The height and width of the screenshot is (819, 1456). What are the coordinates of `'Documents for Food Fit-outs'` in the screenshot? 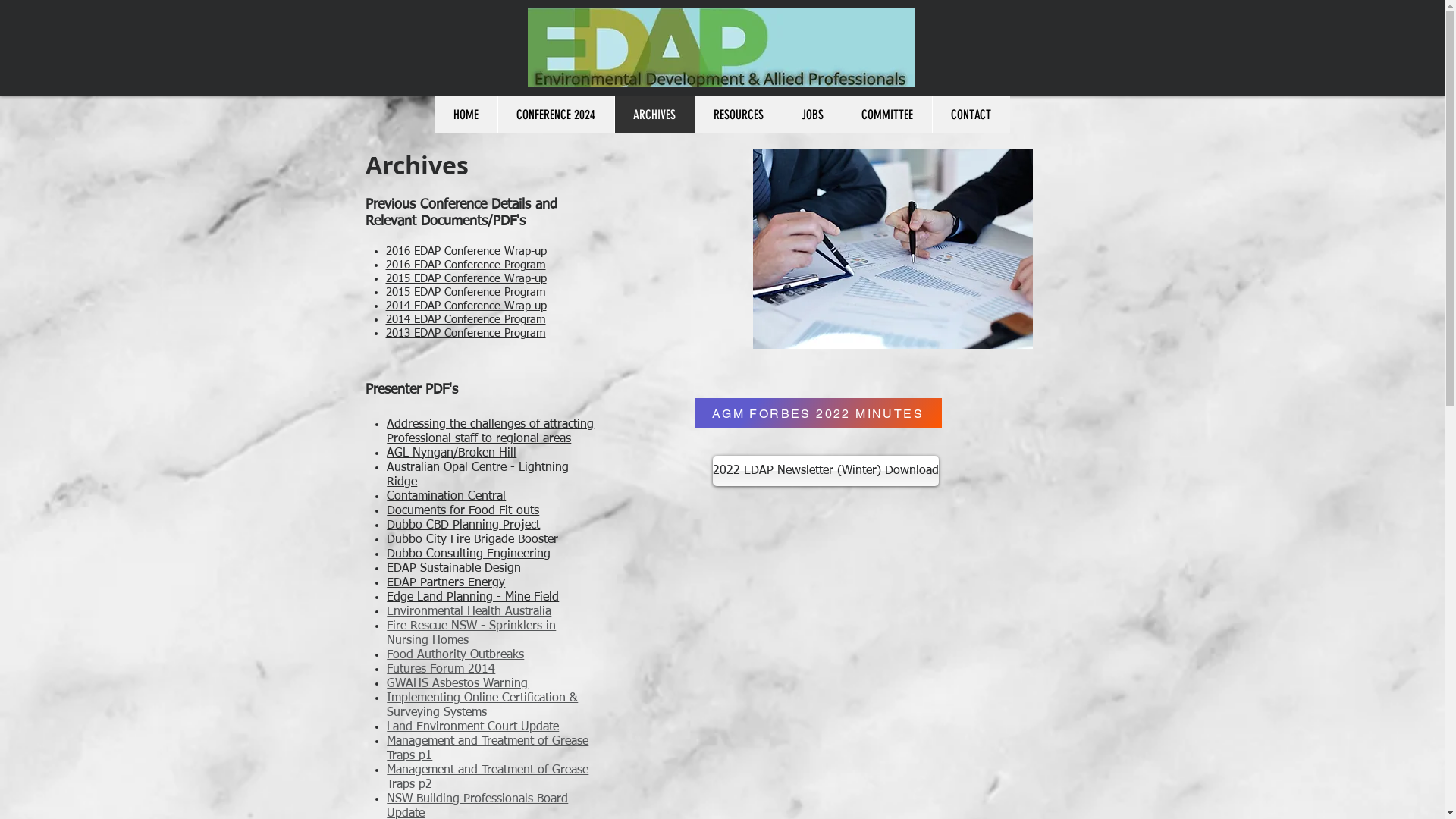 It's located at (462, 511).